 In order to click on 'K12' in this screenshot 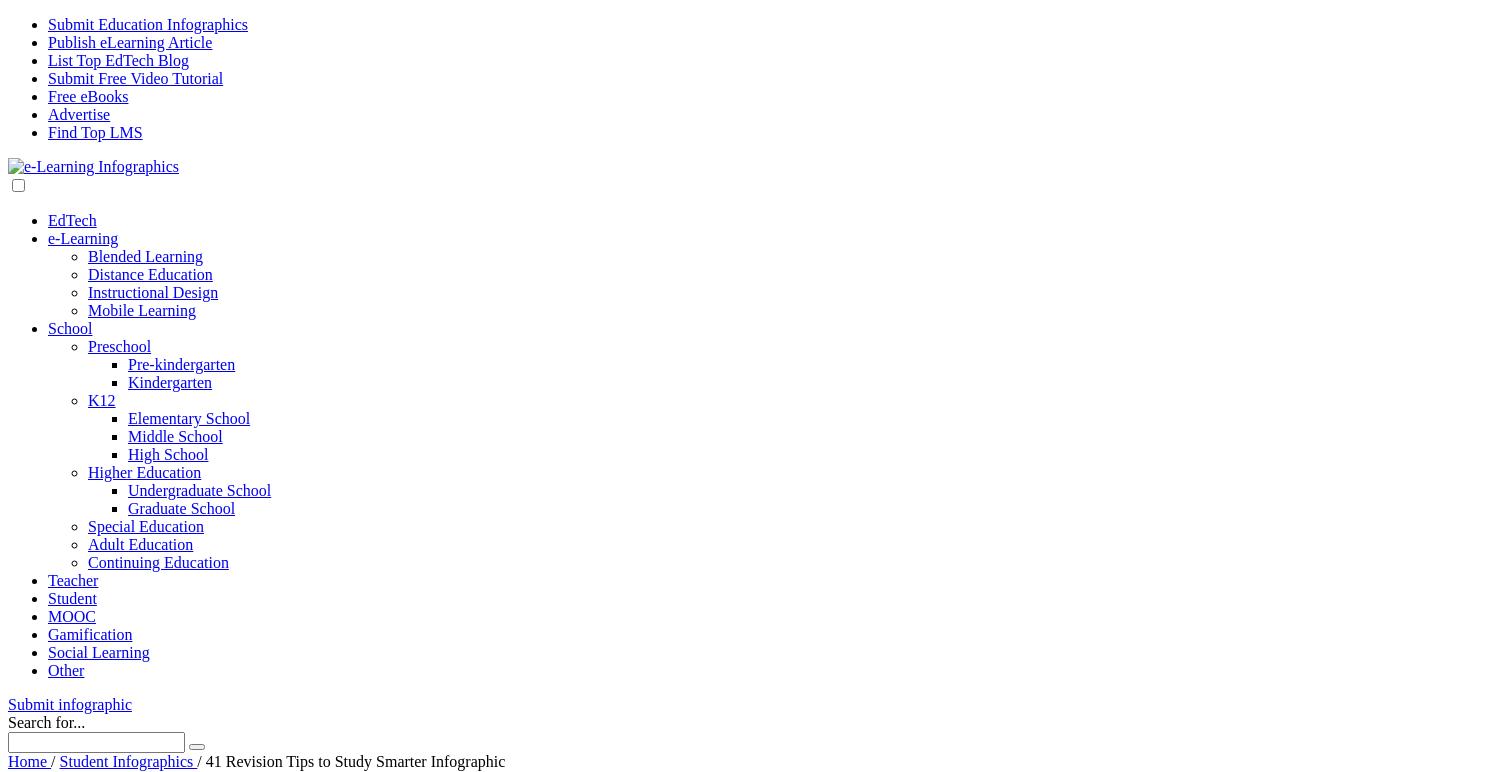, I will do `click(101, 400)`.